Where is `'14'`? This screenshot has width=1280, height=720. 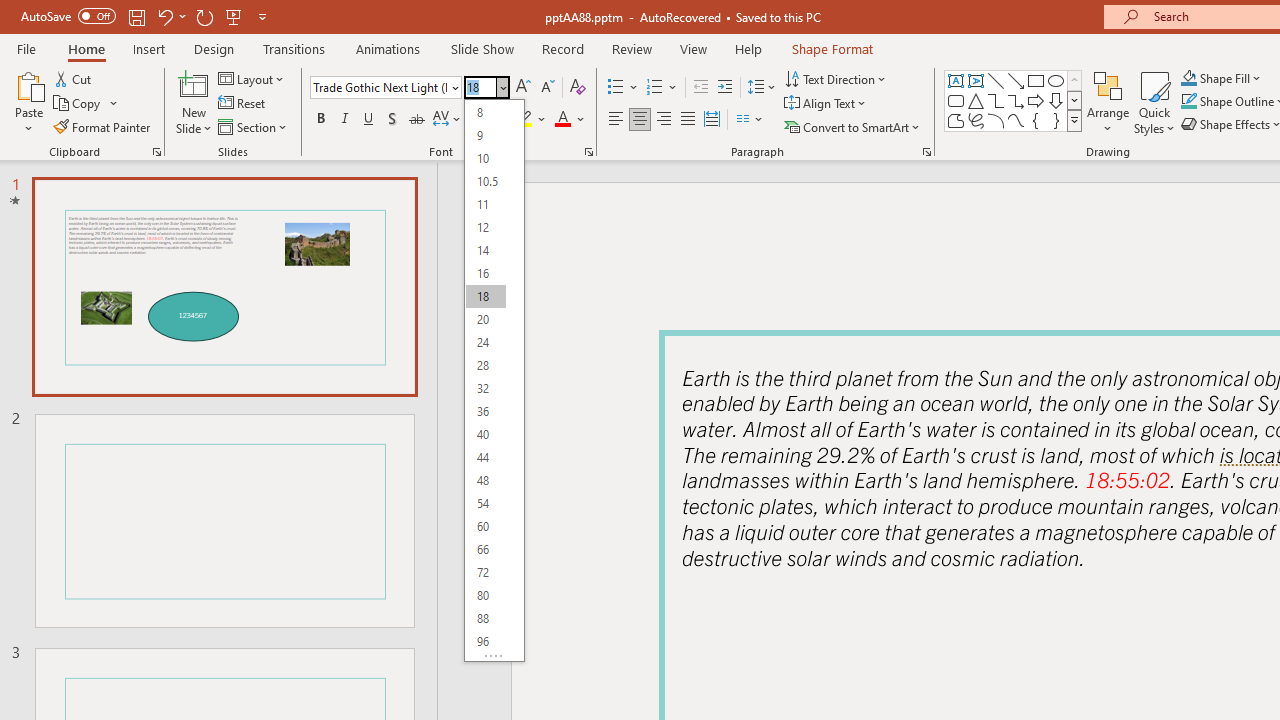 '14' is located at coordinates (485, 249).